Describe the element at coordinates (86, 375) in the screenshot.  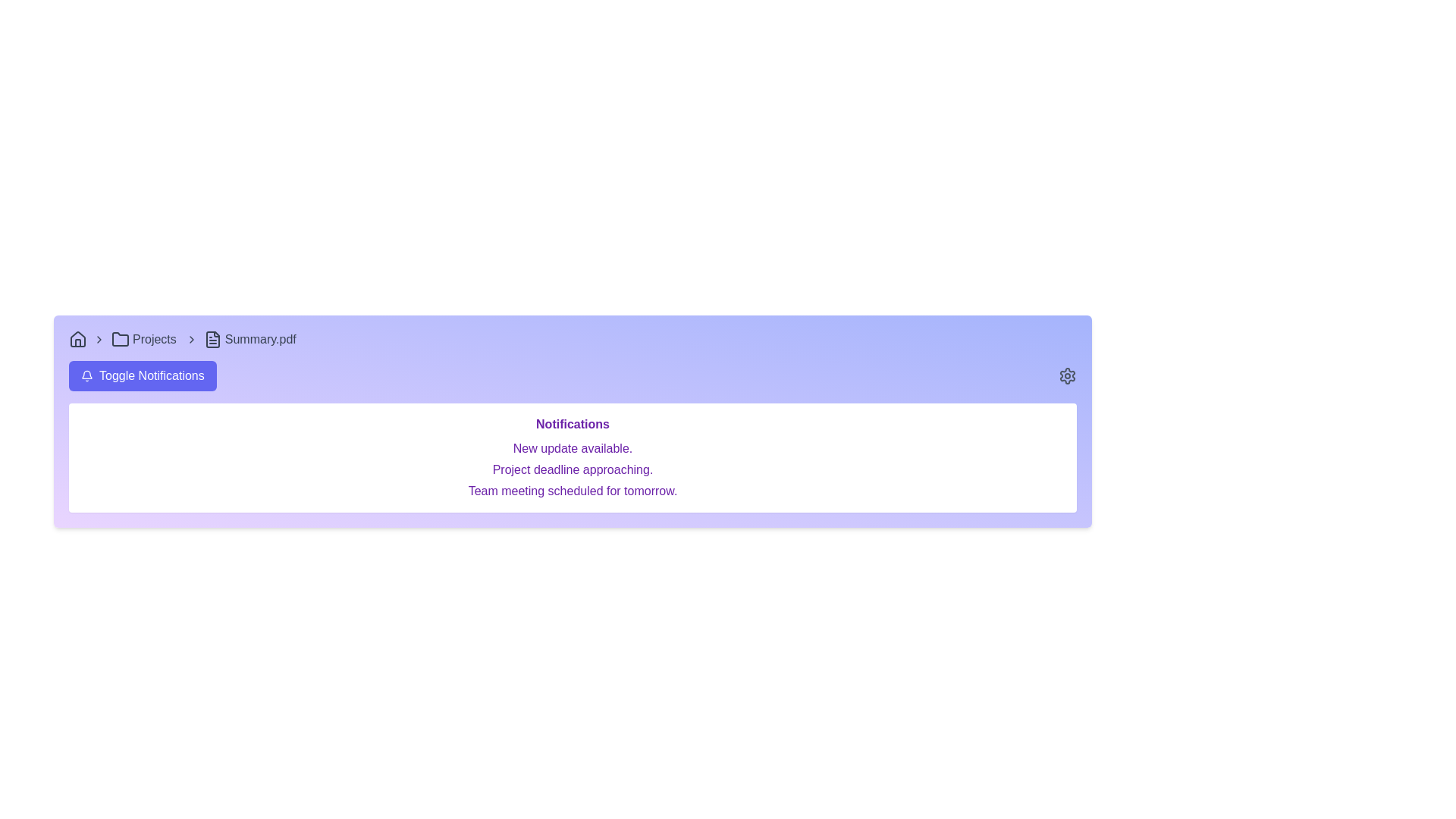
I see `the bell-shaped icon styled with a minimalist aesthetic, which serves as a visual indicator of notifications, located within the 'Toggle Notifications' button` at that location.